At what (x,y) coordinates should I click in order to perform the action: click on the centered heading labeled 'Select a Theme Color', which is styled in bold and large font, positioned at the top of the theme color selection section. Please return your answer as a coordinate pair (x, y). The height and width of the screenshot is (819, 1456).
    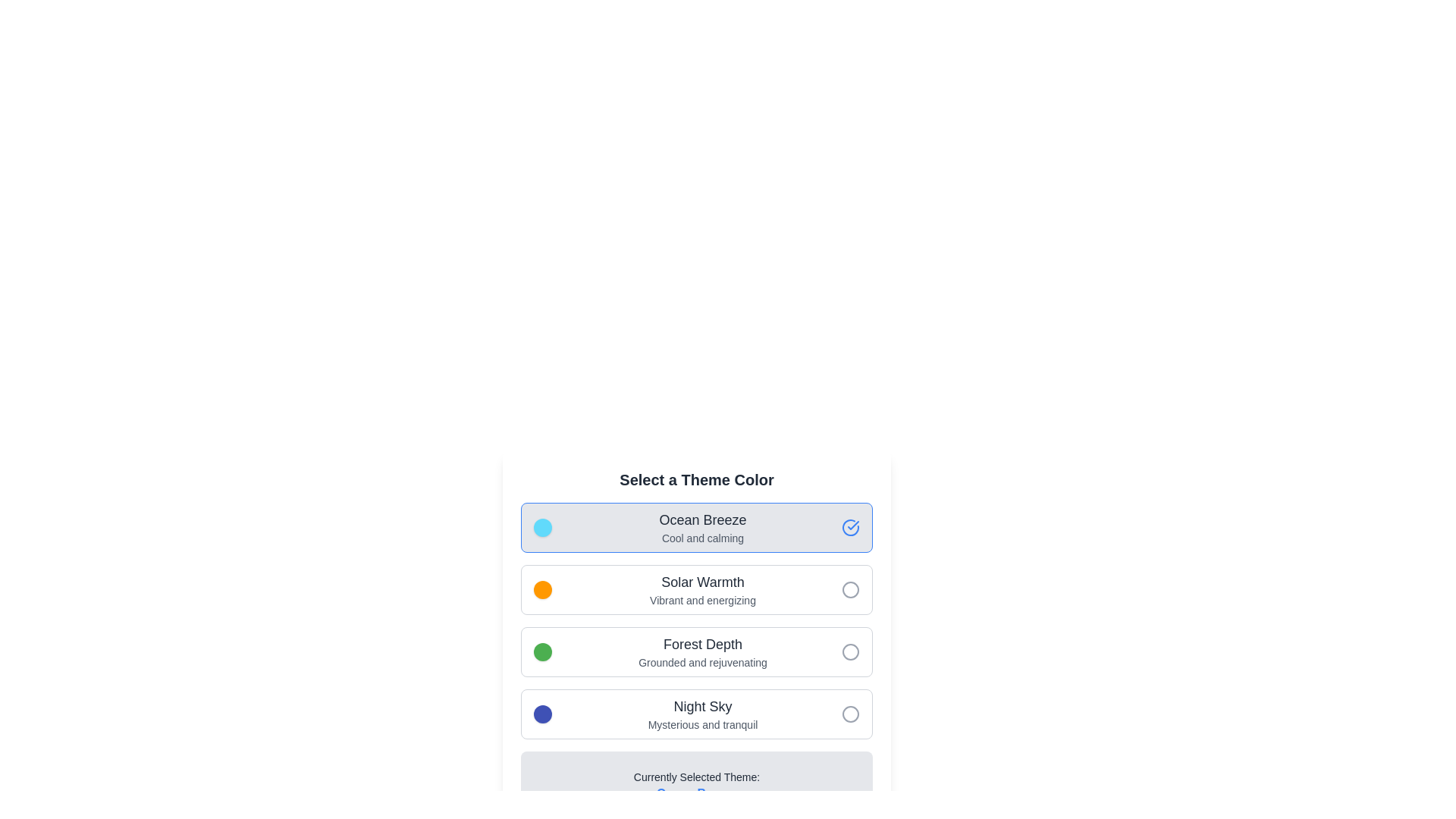
    Looking at the image, I should click on (695, 479).